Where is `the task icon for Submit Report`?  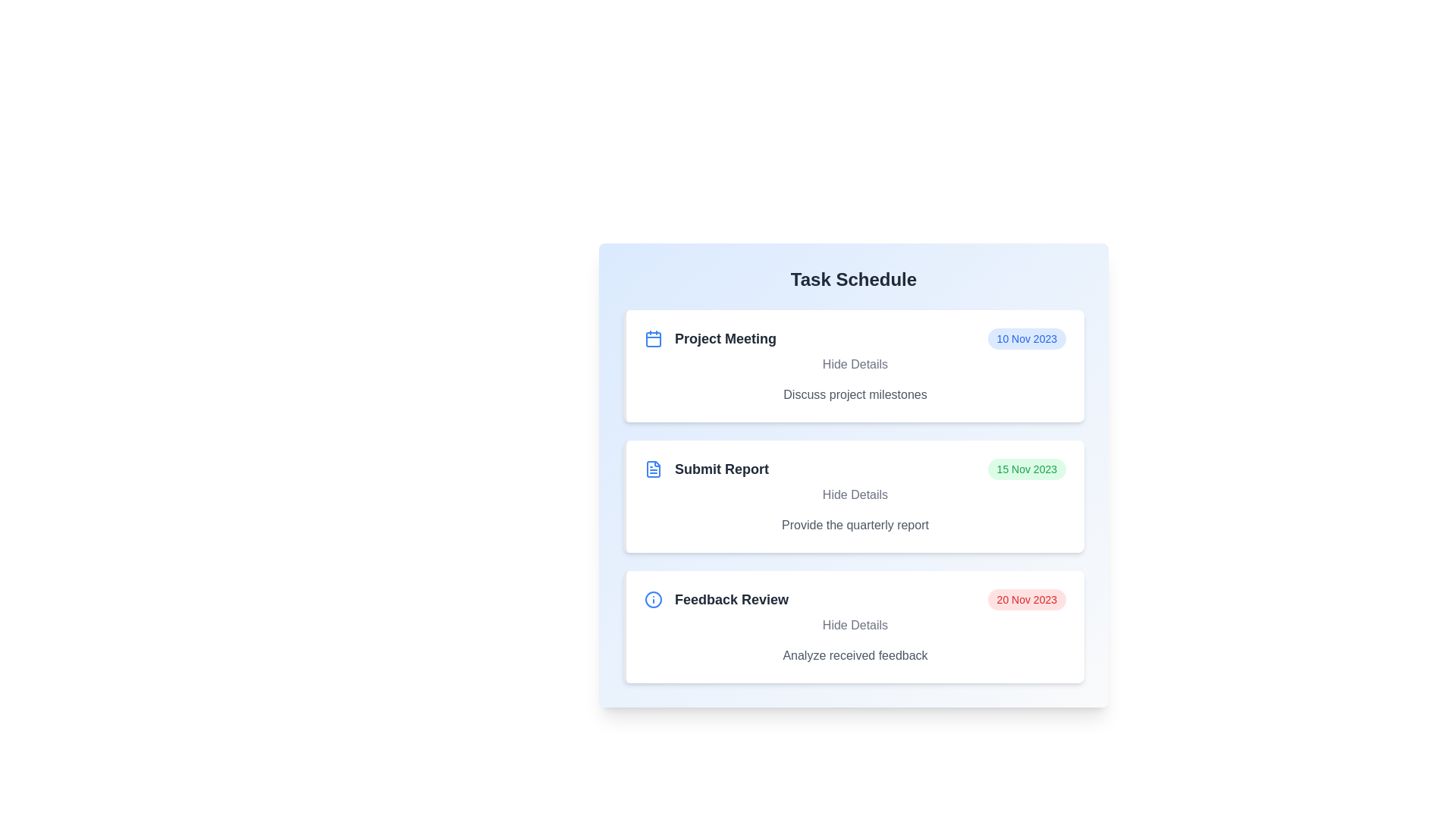 the task icon for Submit Report is located at coordinates (654, 468).